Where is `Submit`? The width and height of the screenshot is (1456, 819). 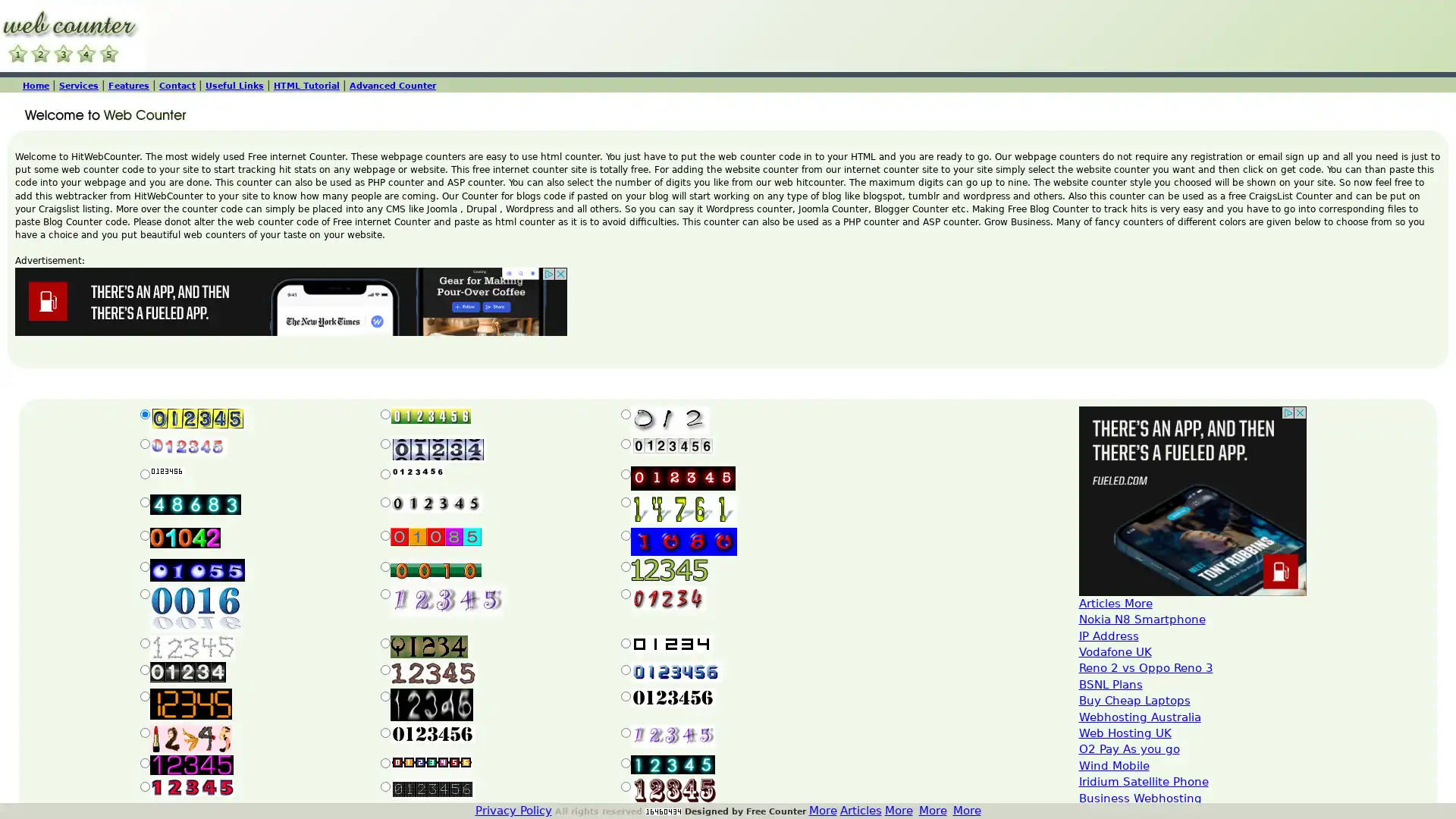 Submit is located at coordinates (184, 536).